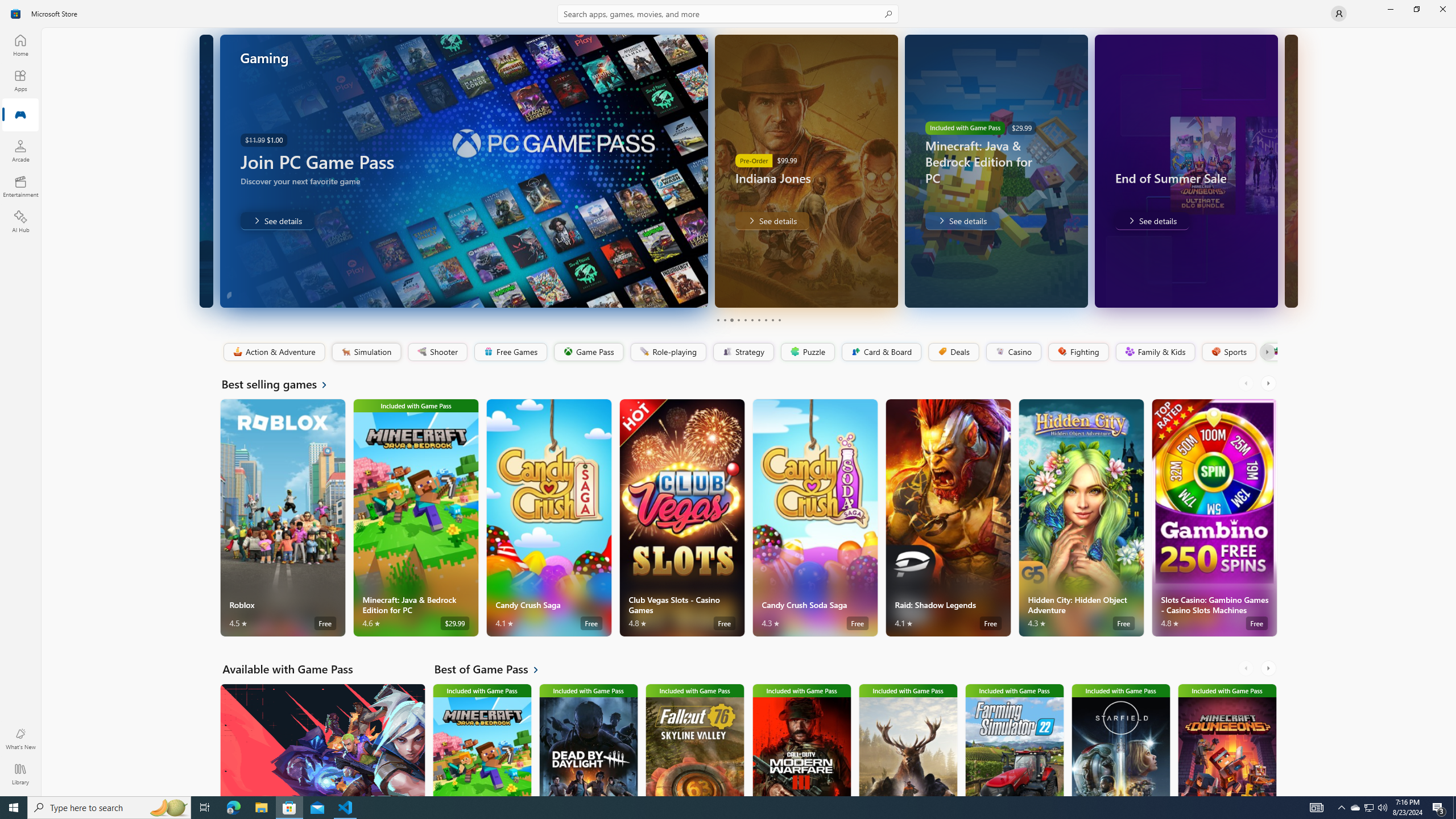 This screenshot has height=819, width=1456. What do you see at coordinates (280, 383) in the screenshot?
I see `'See all  Best selling games'` at bounding box center [280, 383].